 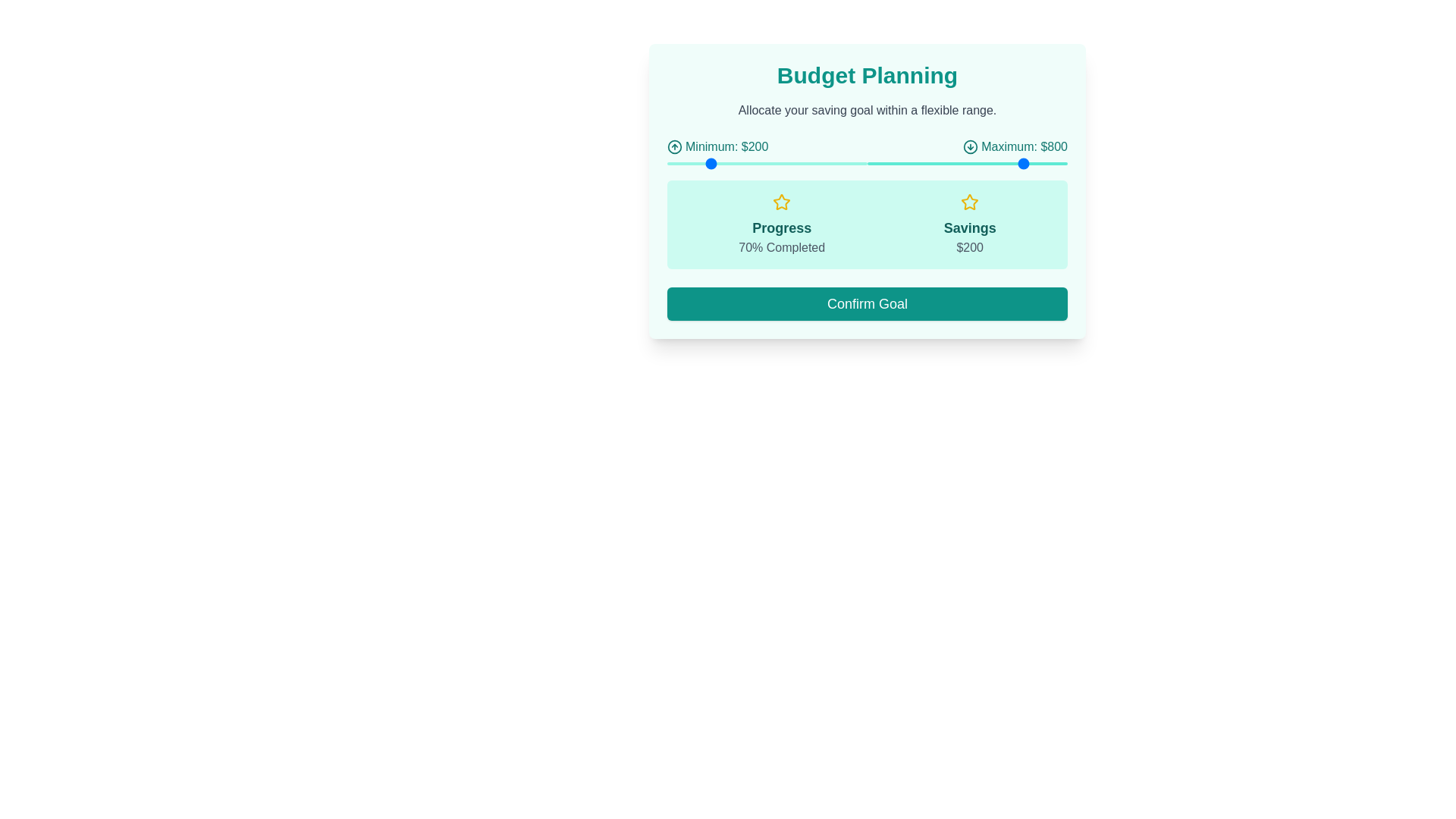 I want to click on the text label displaying '70% Completed' in a gray font, located centrally below the 'Progress' heading within the 'Budget Planning' card, so click(x=782, y=246).